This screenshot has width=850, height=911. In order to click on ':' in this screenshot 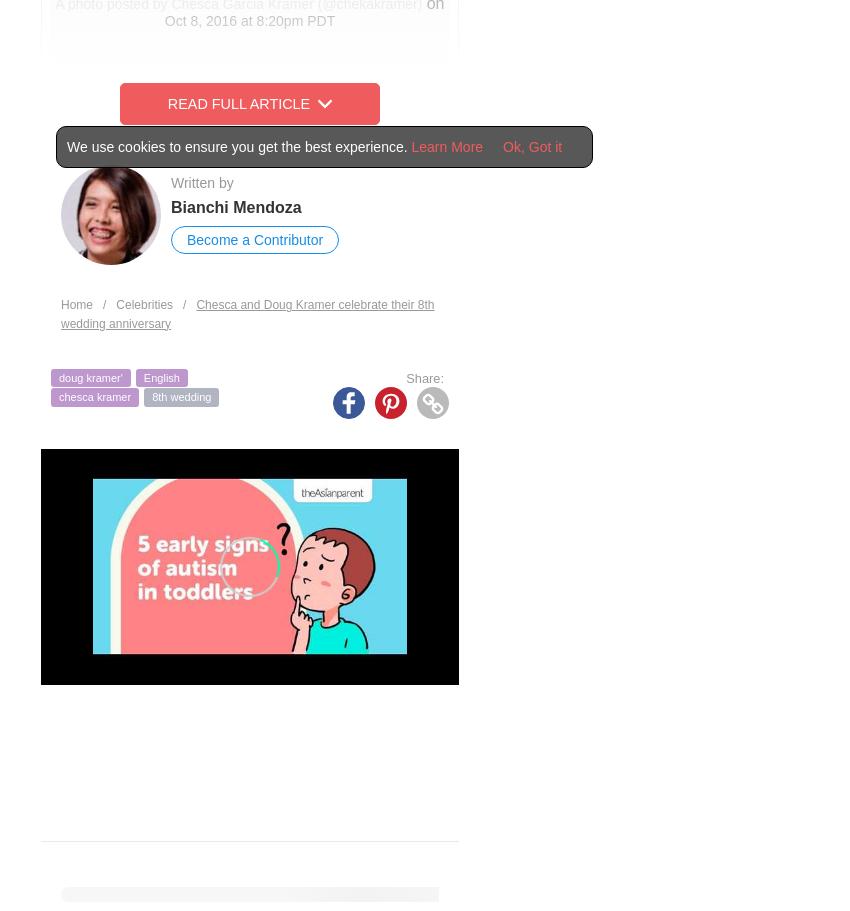, I will do `click(440, 377)`.